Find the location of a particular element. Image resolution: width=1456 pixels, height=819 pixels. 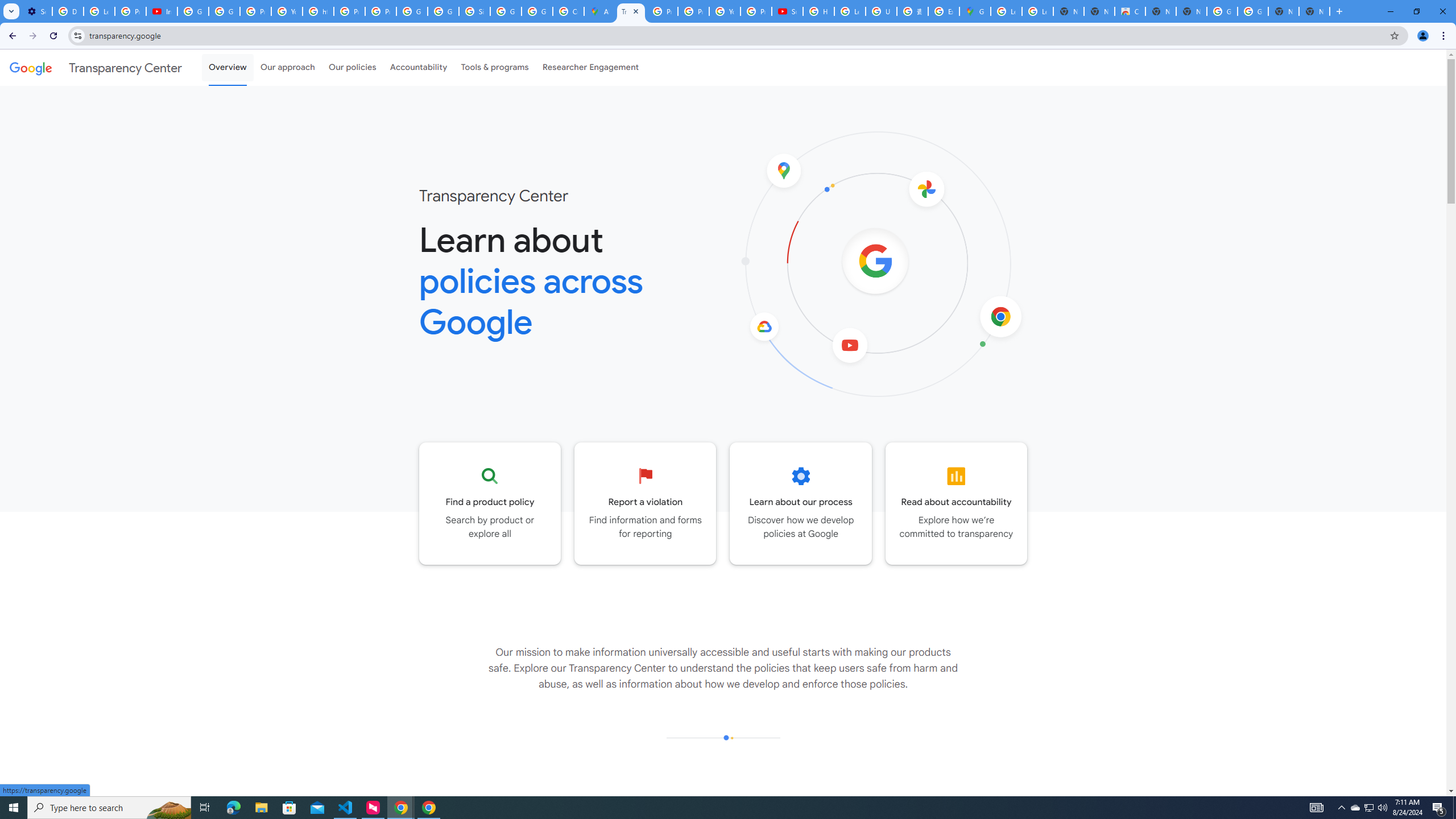

'Settings - Performance' is located at coordinates (36, 11).